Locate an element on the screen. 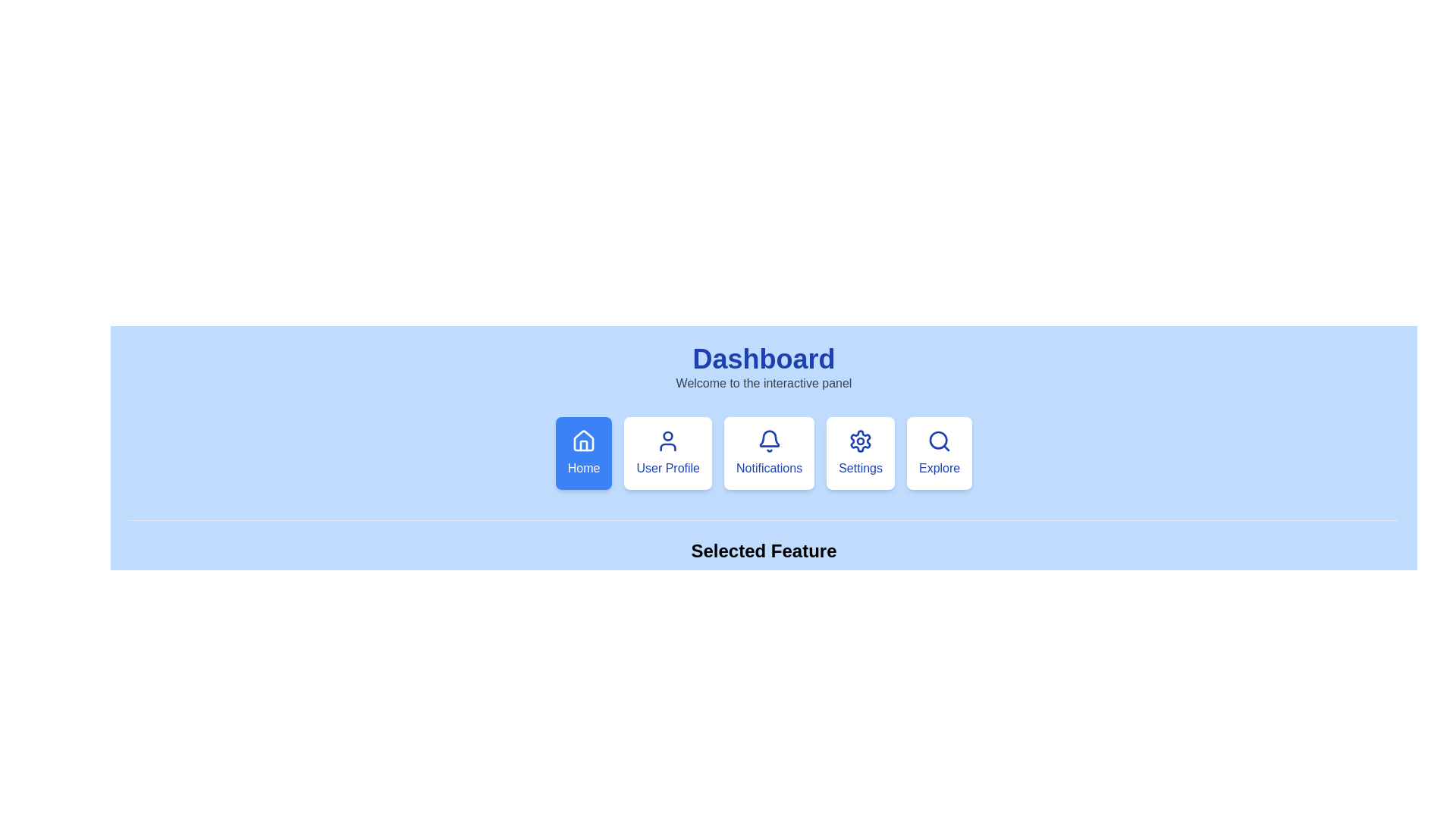 Image resolution: width=1456 pixels, height=819 pixels. the outlined blue user icon located at the top of the 'User Profile' card in the navigation row beneath 'Dashboard' is located at coordinates (667, 441).